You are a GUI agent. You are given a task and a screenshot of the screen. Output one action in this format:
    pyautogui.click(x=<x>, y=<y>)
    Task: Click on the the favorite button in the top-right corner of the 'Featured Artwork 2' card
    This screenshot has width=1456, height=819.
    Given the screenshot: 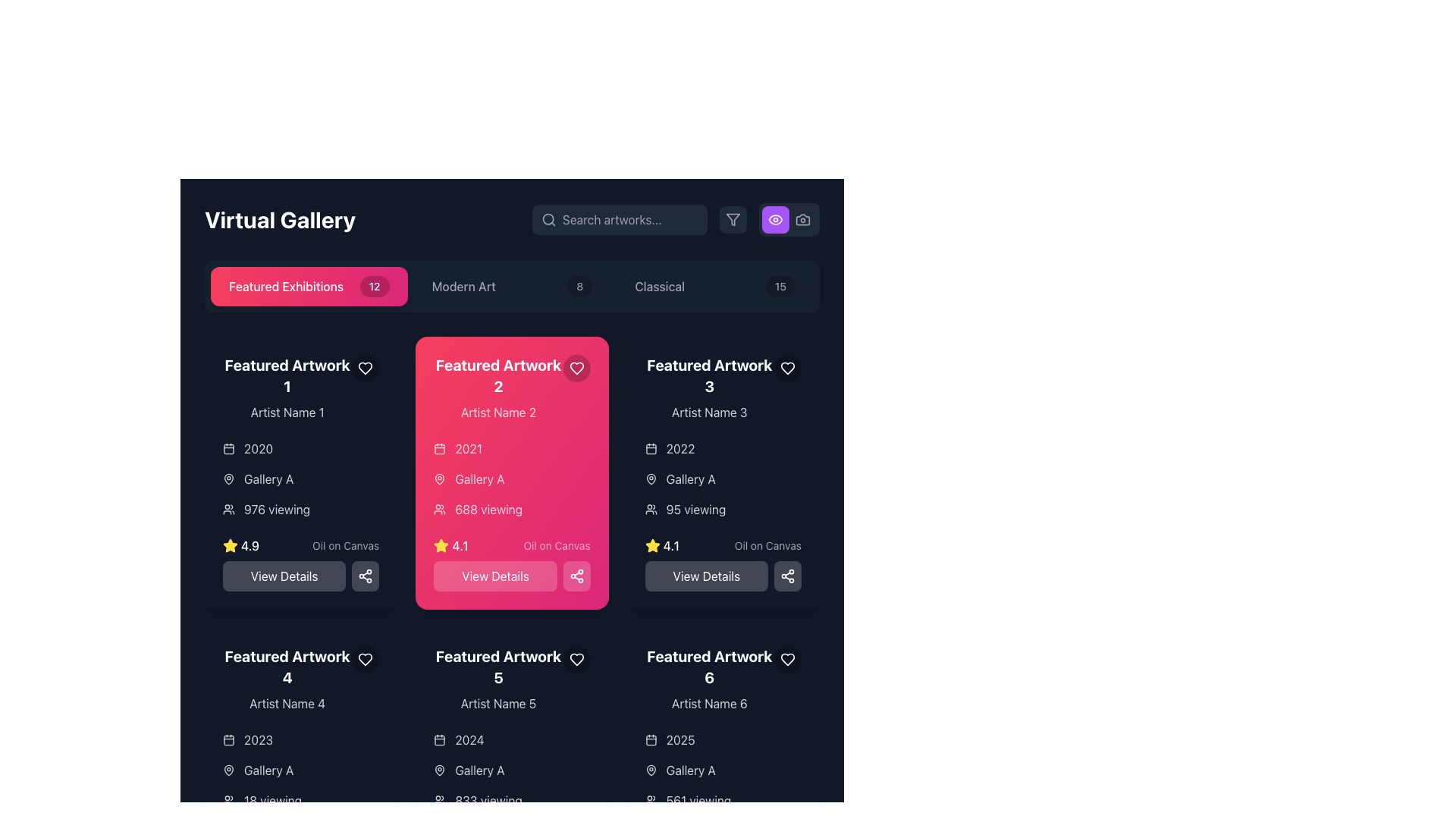 What is the action you would take?
    pyautogui.click(x=576, y=369)
    